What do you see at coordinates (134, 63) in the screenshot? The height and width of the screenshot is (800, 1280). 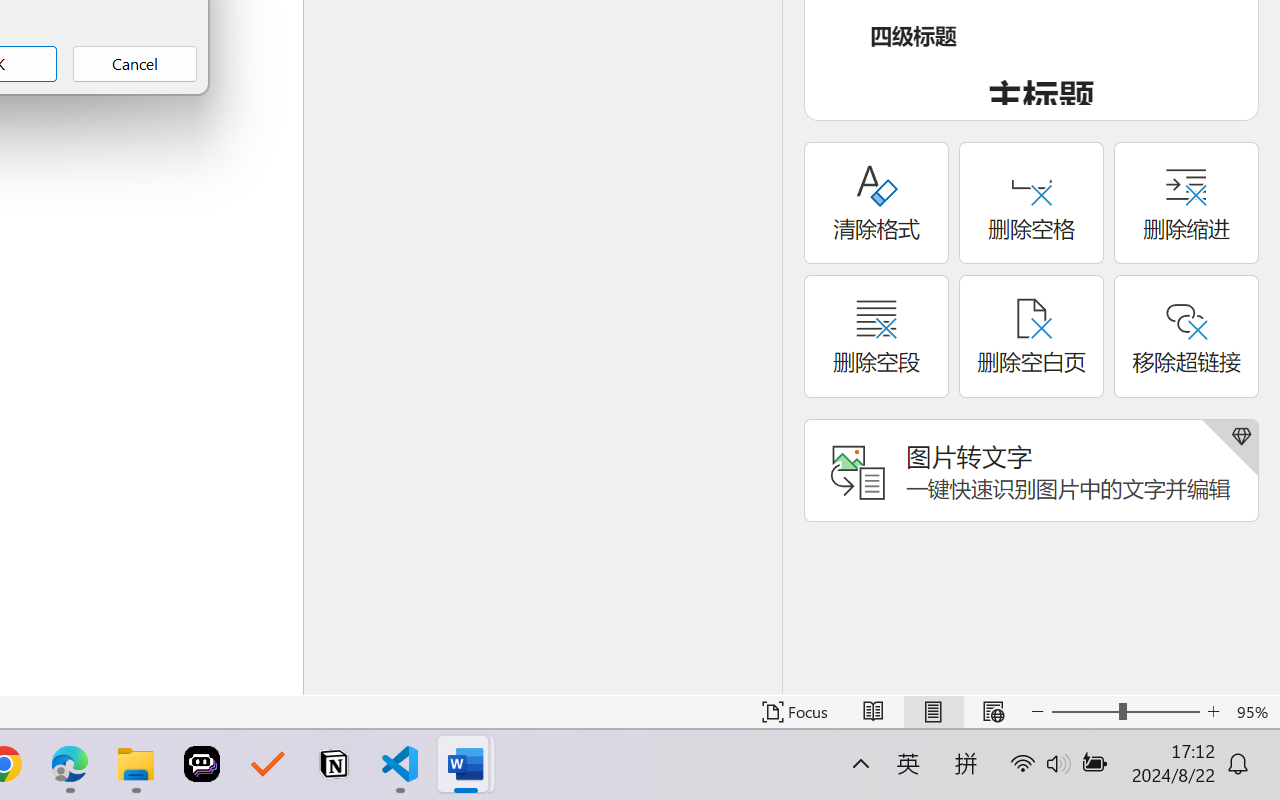 I see `'Cancel'` at bounding box center [134, 63].